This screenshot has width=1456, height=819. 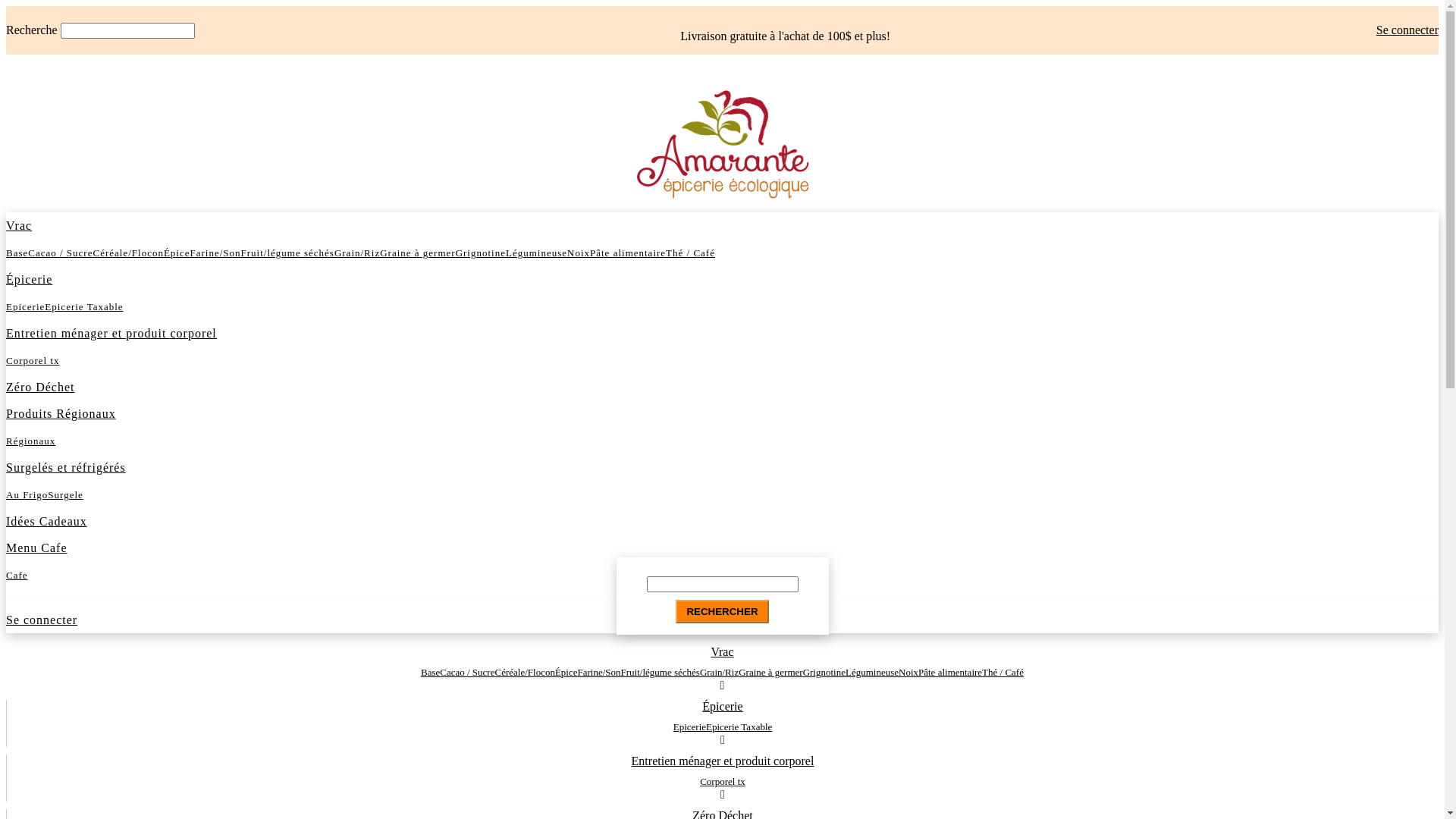 I want to click on 'Farine/Son', so click(x=214, y=252).